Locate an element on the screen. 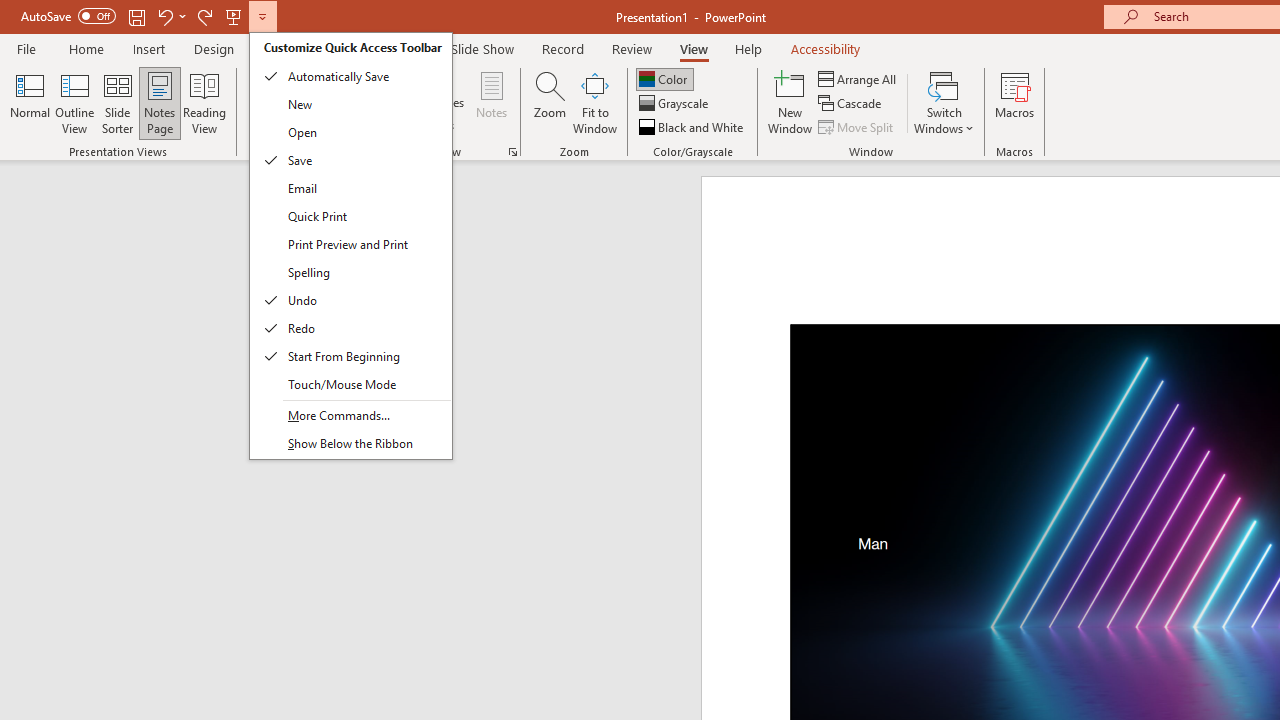  'Zoom...' is located at coordinates (549, 103).